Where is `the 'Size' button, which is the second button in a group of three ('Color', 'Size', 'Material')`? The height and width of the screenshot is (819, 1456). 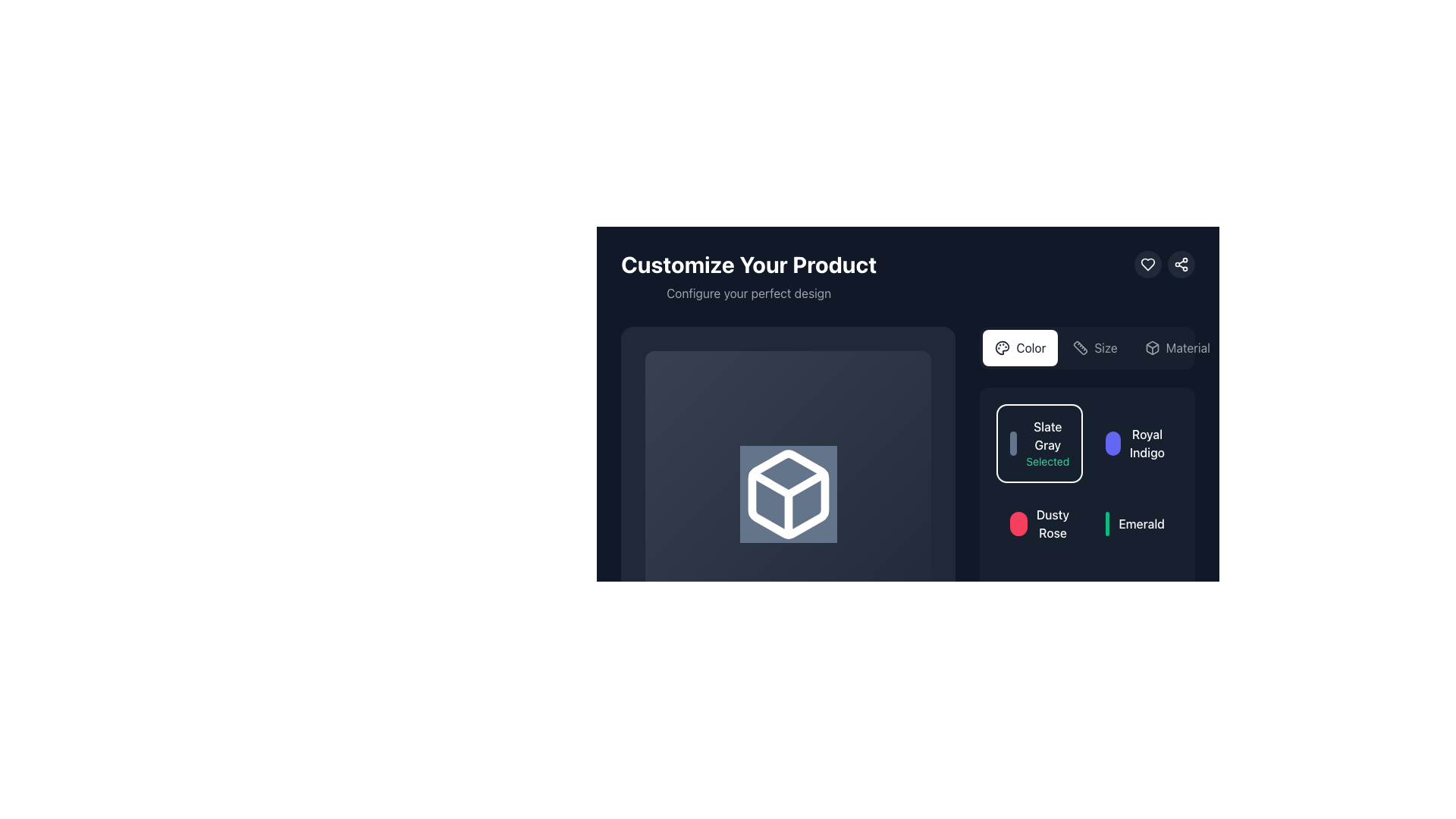 the 'Size' button, which is the second button in a group of three ('Color', 'Size', 'Material') is located at coordinates (1095, 348).